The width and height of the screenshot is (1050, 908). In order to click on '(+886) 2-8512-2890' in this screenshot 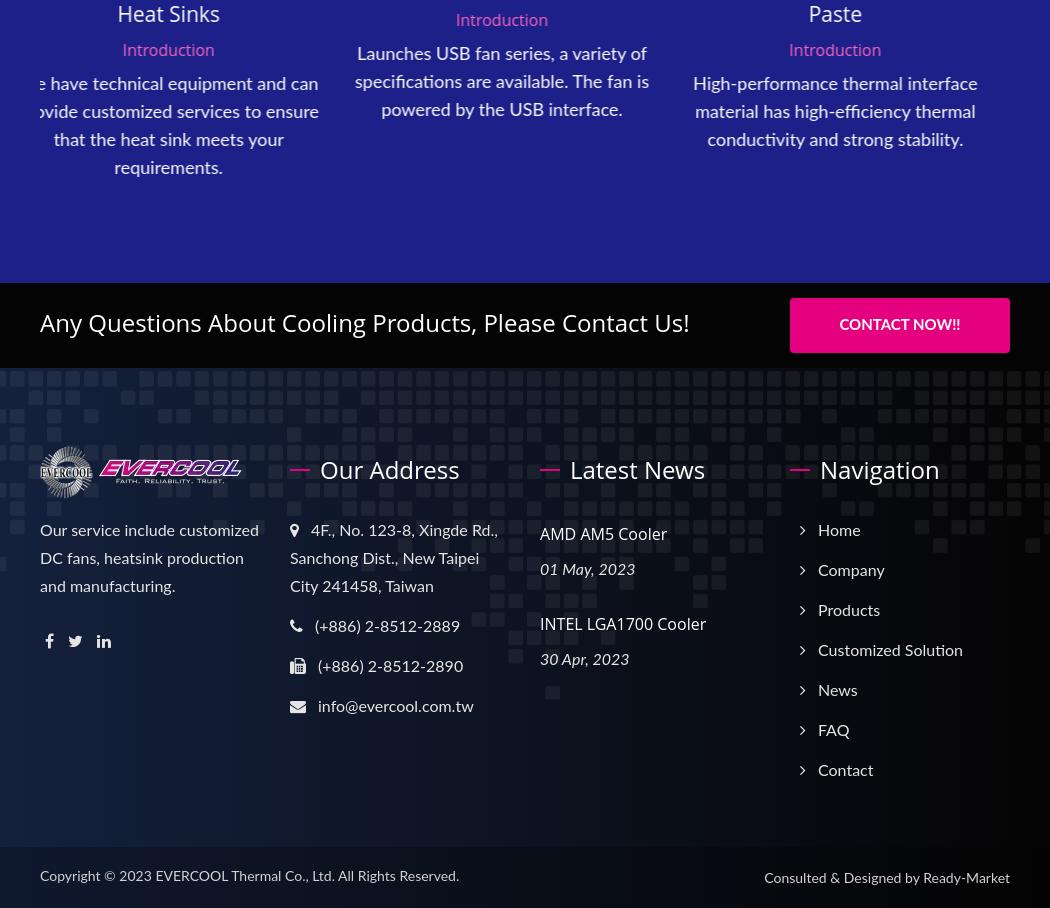, I will do `click(390, 667)`.